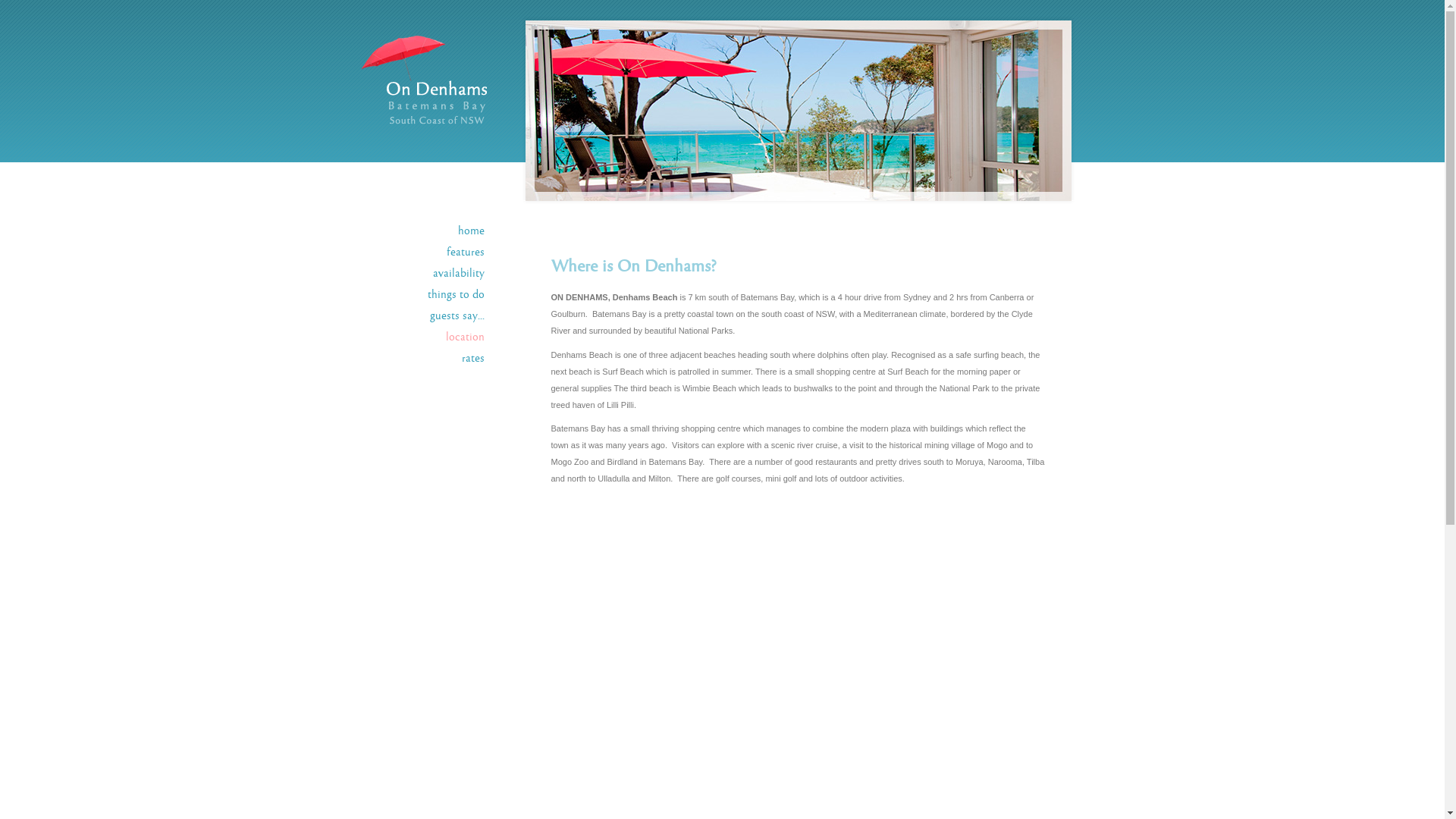  Describe the element at coordinates (464, 251) in the screenshot. I see `'features'` at that location.